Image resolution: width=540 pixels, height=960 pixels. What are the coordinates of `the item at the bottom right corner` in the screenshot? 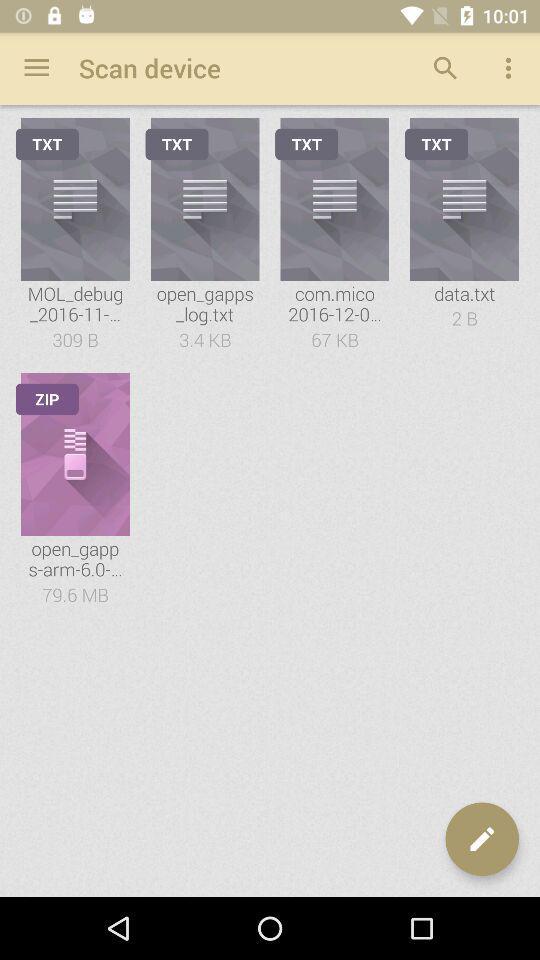 It's located at (481, 839).